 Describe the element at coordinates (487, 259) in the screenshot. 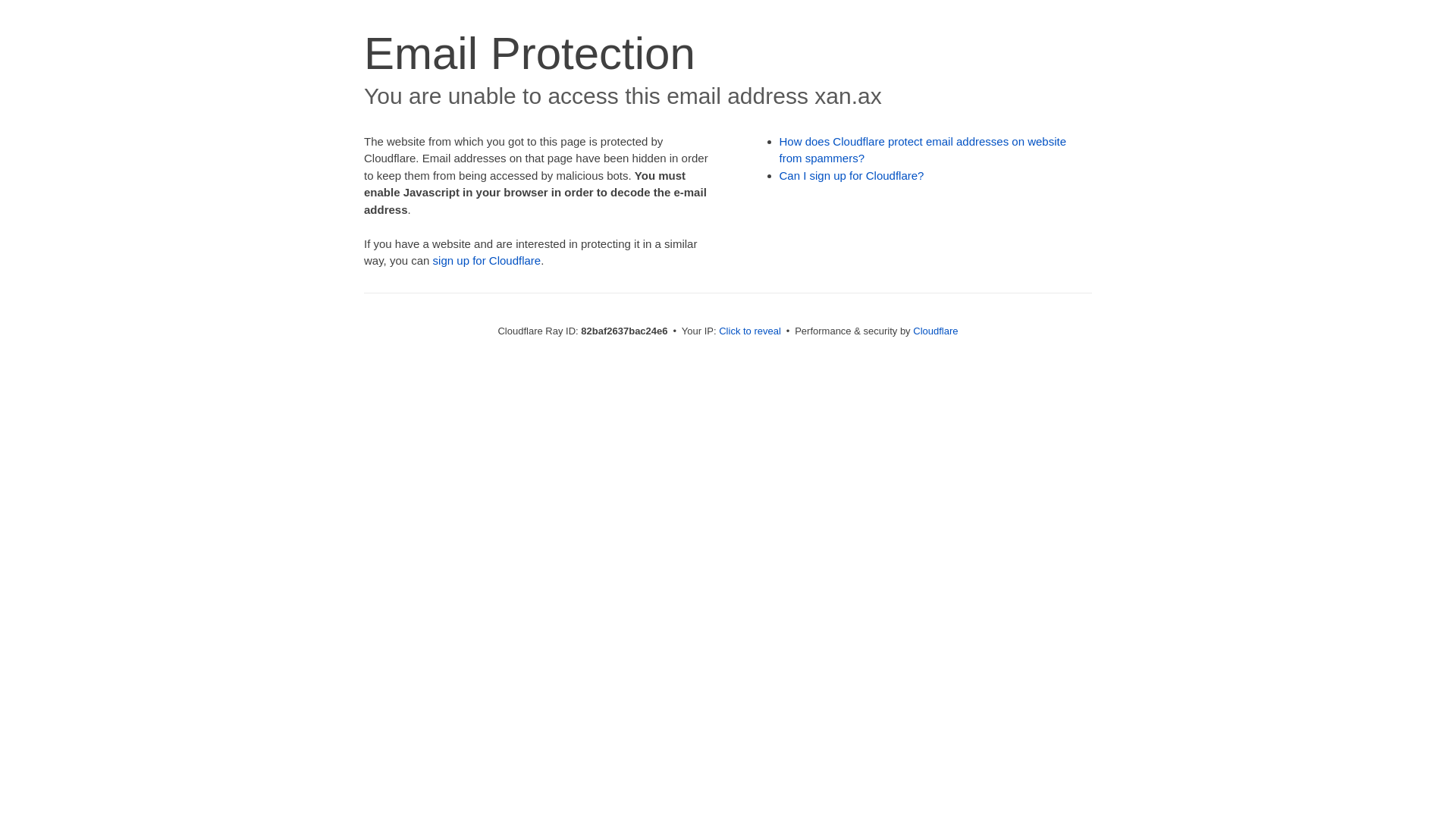

I see `'sign up for Cloudflare'` at that location.